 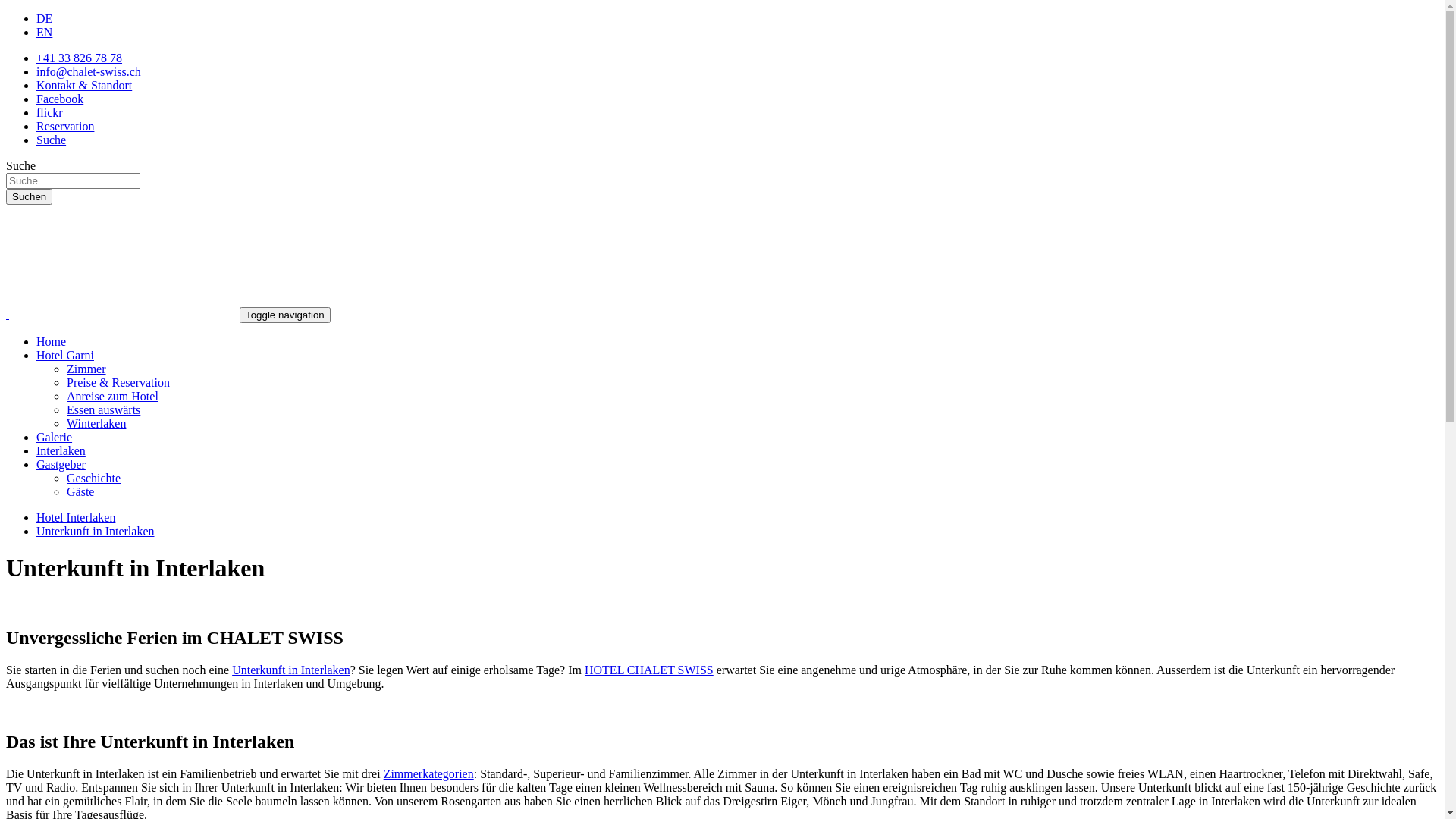 I want to click on 'info@chalet-swiss.ch', so click(x=87, y=71).